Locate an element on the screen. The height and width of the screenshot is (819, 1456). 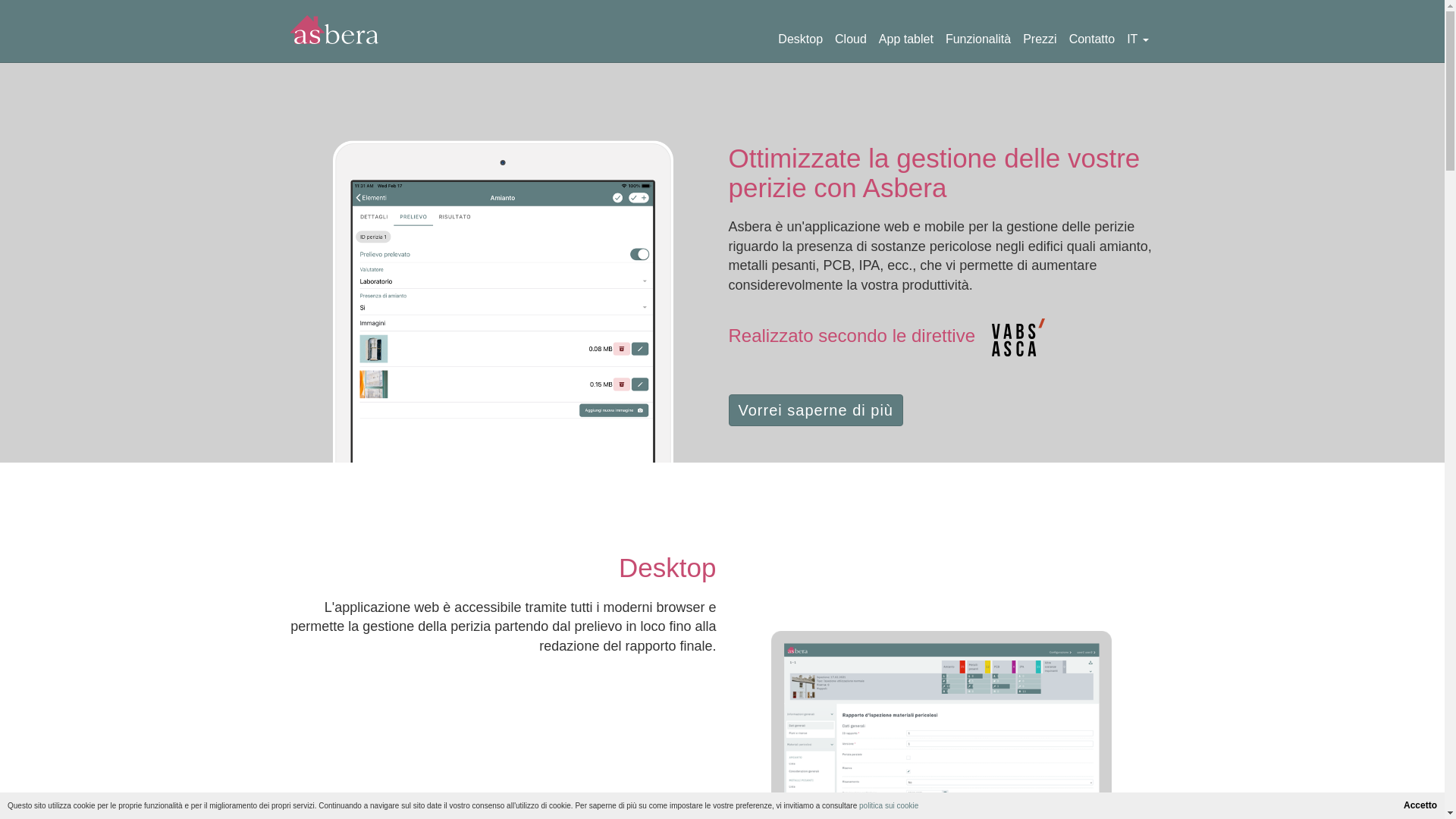
'politica sui cookie' is located at coordinates (858, 805).